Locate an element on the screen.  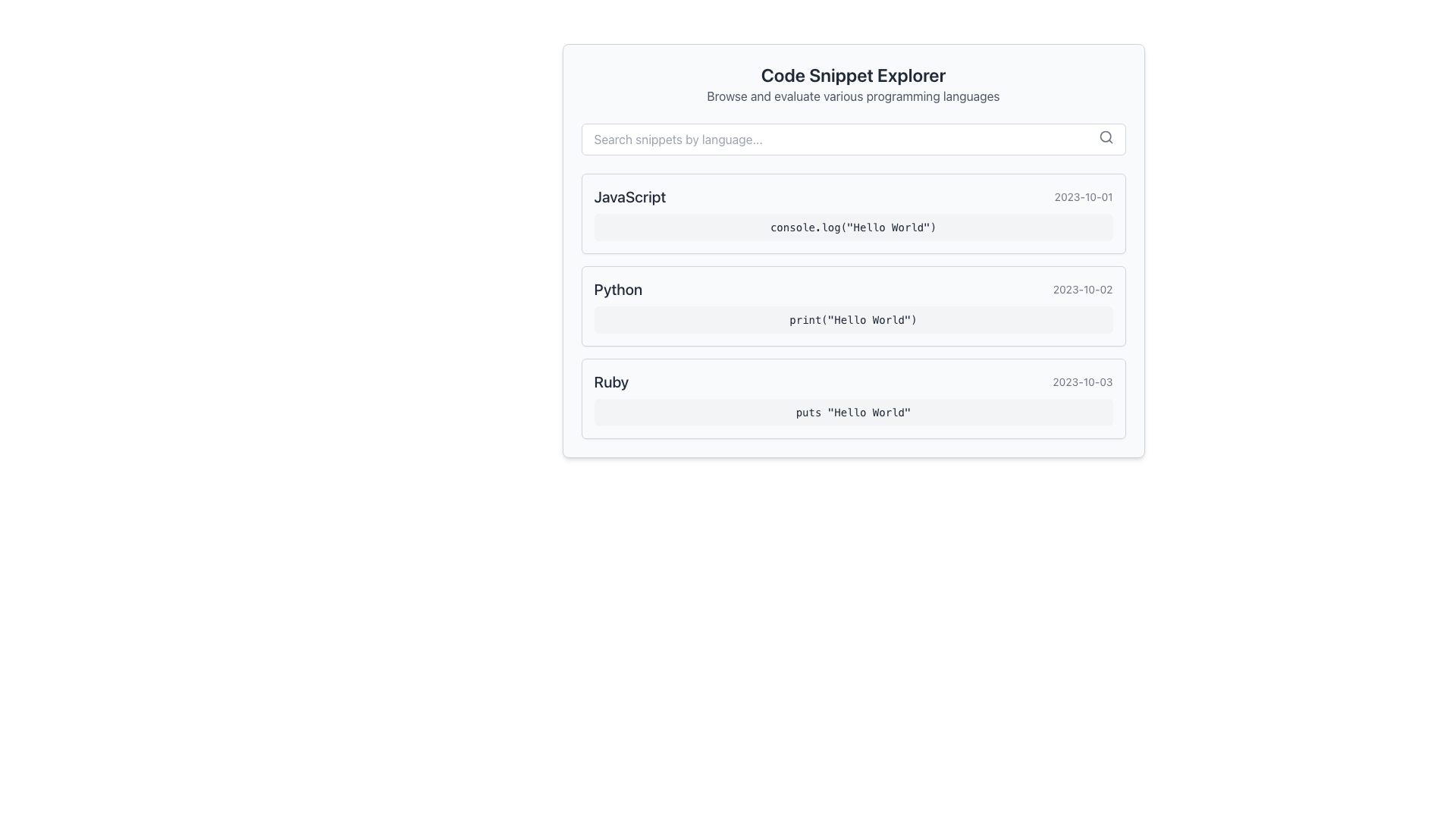
the Code Snippet Display Block that contains the programming code snippet 'print("Hello World")', which is positioned between the JavaScript and Ruby snippets in a vertically stacked list is located at coordinates (853, 306).